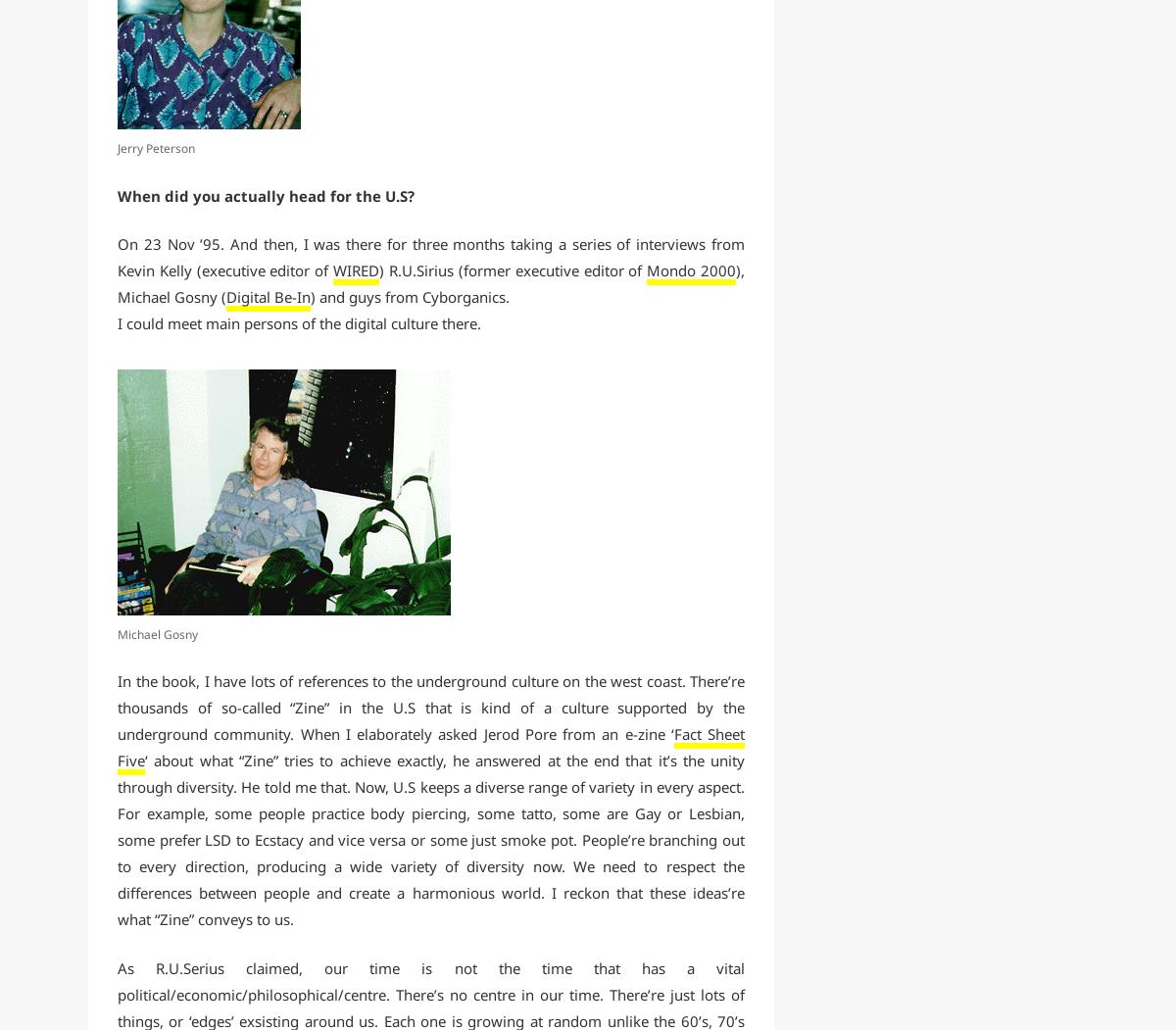 This screenshot has height=1030, width=1176. I want to click on 'In the book, I have lots of references to the underground culture on the west coast. There’re thousands of so-called “Zine” in the U.S that is kind of a culture supported by the underground community. When I elaborately asked Jerod Pore from an e-zine ‘', so click(431, 707).